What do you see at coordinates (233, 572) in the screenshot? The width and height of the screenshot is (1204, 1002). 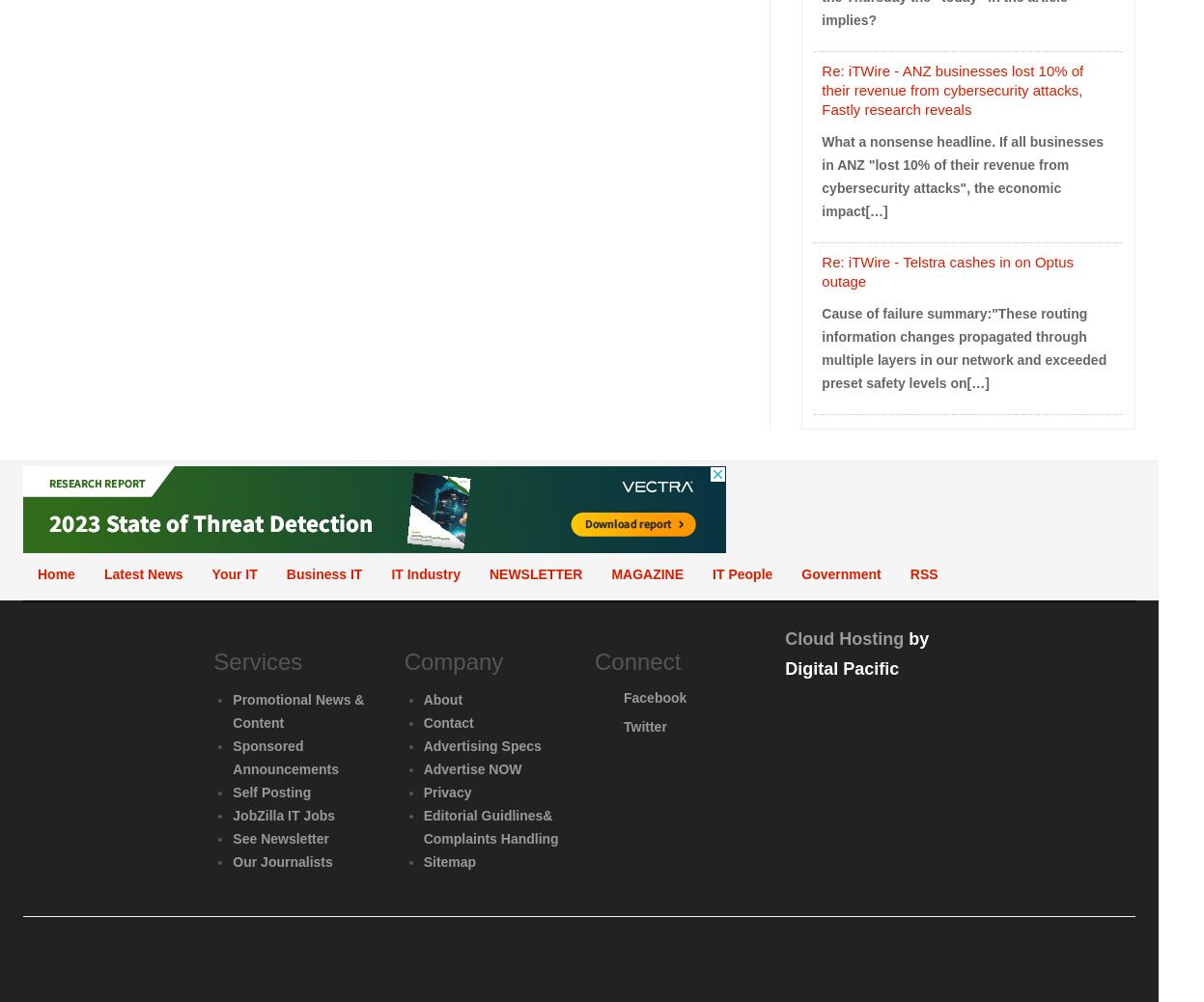 I see `'Your IT'` at bounding box center [233, 572].